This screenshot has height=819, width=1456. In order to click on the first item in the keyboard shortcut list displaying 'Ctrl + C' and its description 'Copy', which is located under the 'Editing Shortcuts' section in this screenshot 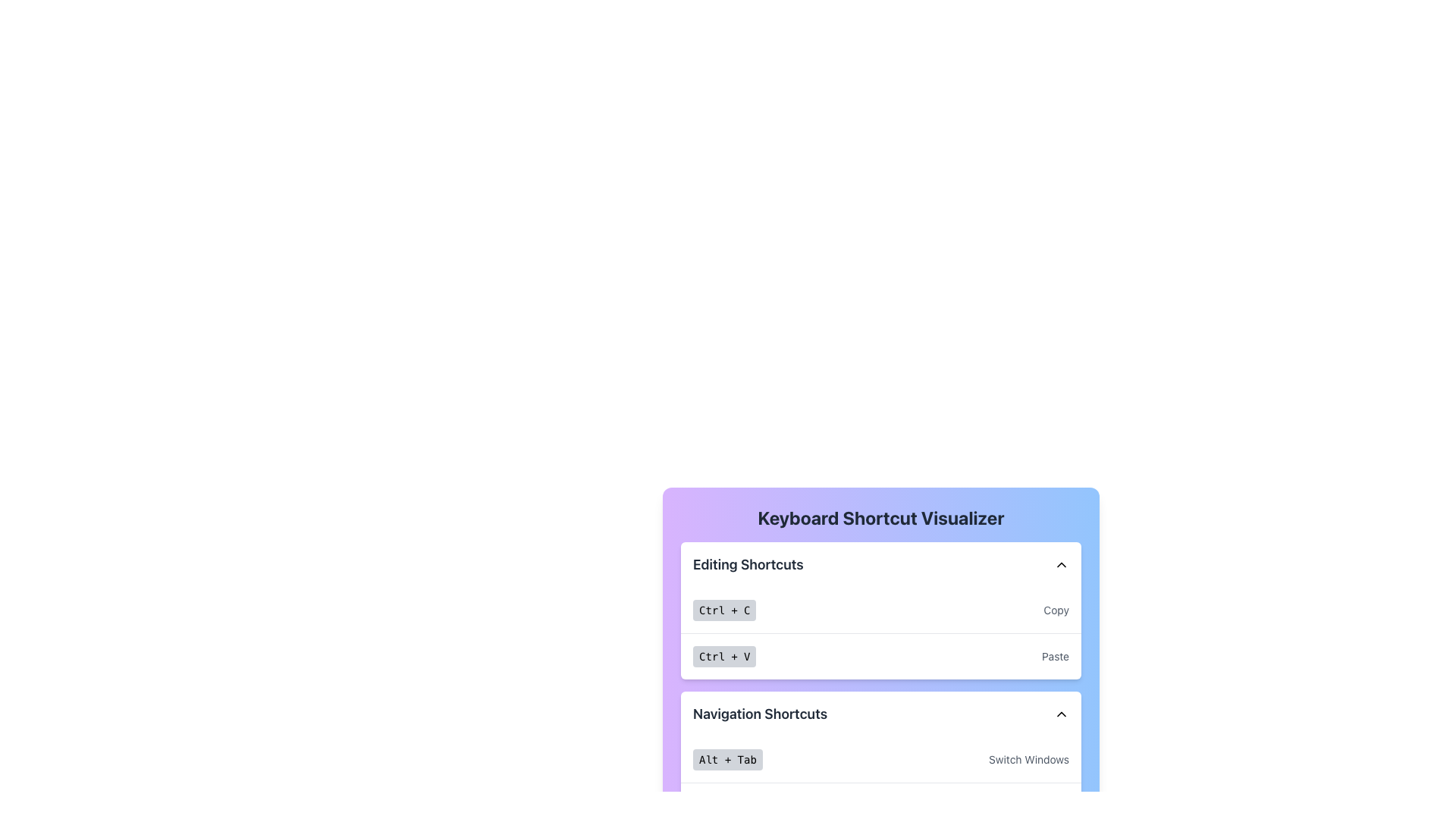, I will do `click(880, 610)`.